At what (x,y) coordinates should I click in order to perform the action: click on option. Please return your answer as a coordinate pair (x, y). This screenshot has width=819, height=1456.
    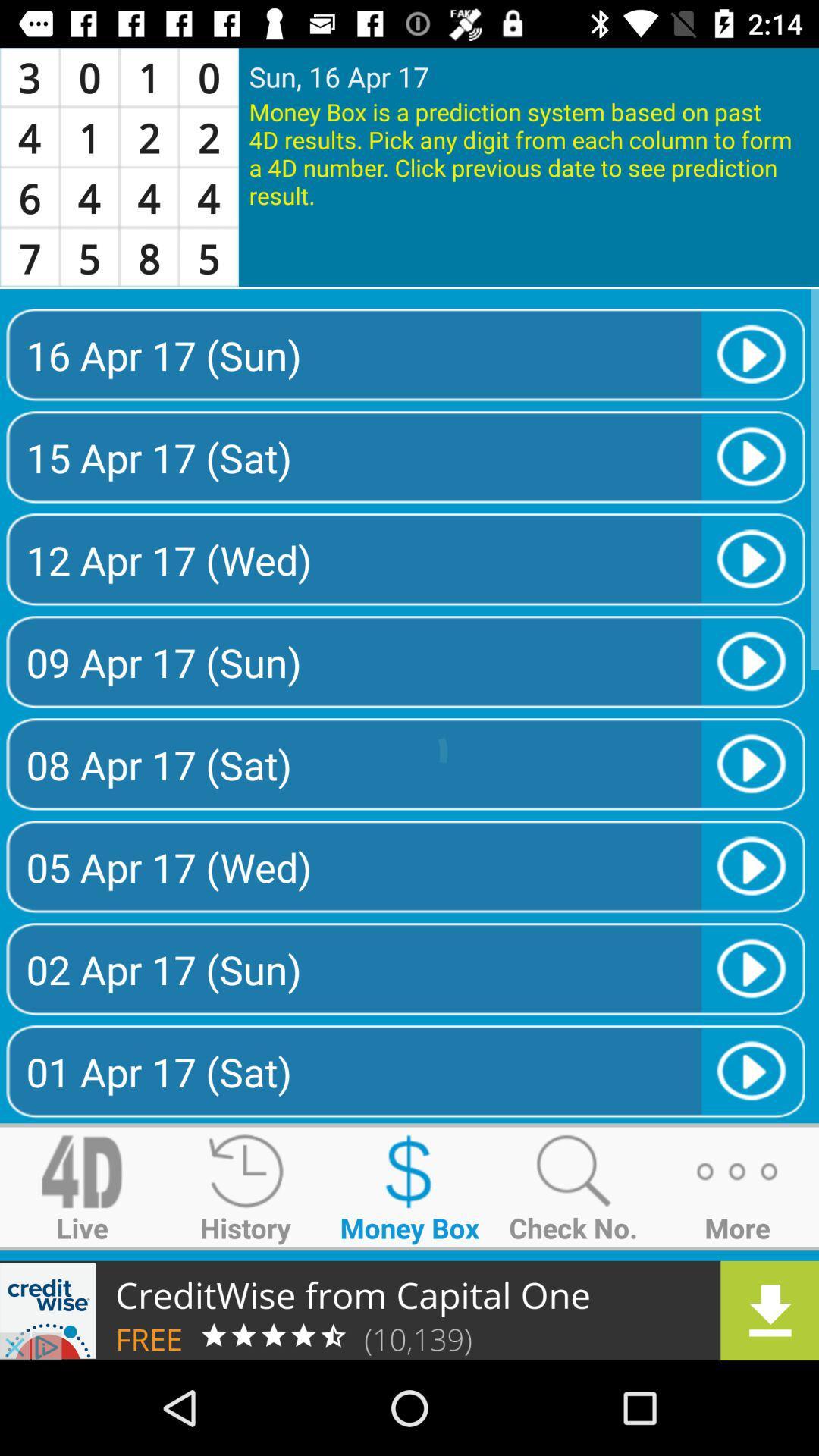
    Looking at the image, I should click on (409, 1310).